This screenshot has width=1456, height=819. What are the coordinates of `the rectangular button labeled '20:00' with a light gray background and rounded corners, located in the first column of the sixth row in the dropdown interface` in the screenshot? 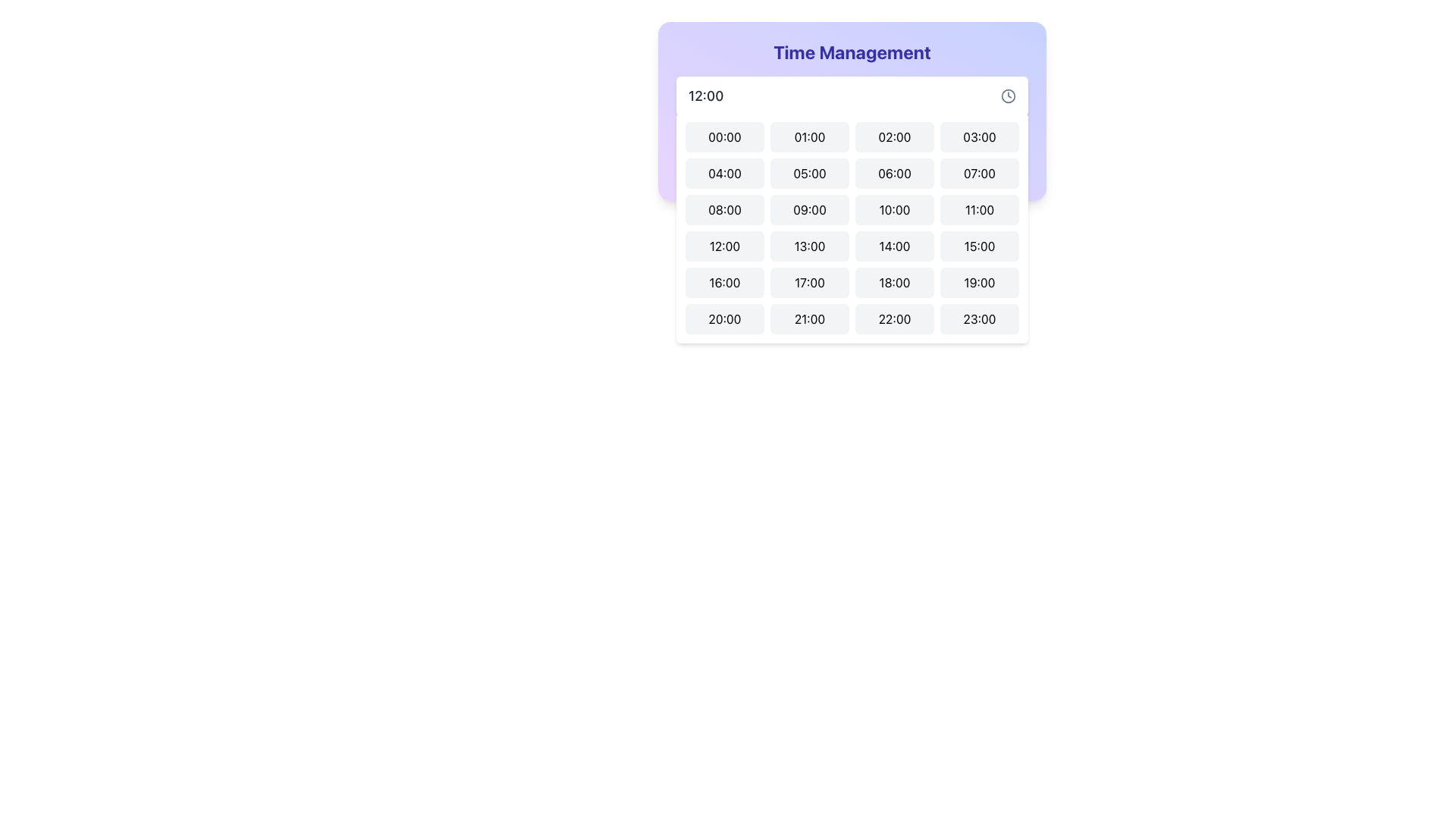 It's located at (723, 318).